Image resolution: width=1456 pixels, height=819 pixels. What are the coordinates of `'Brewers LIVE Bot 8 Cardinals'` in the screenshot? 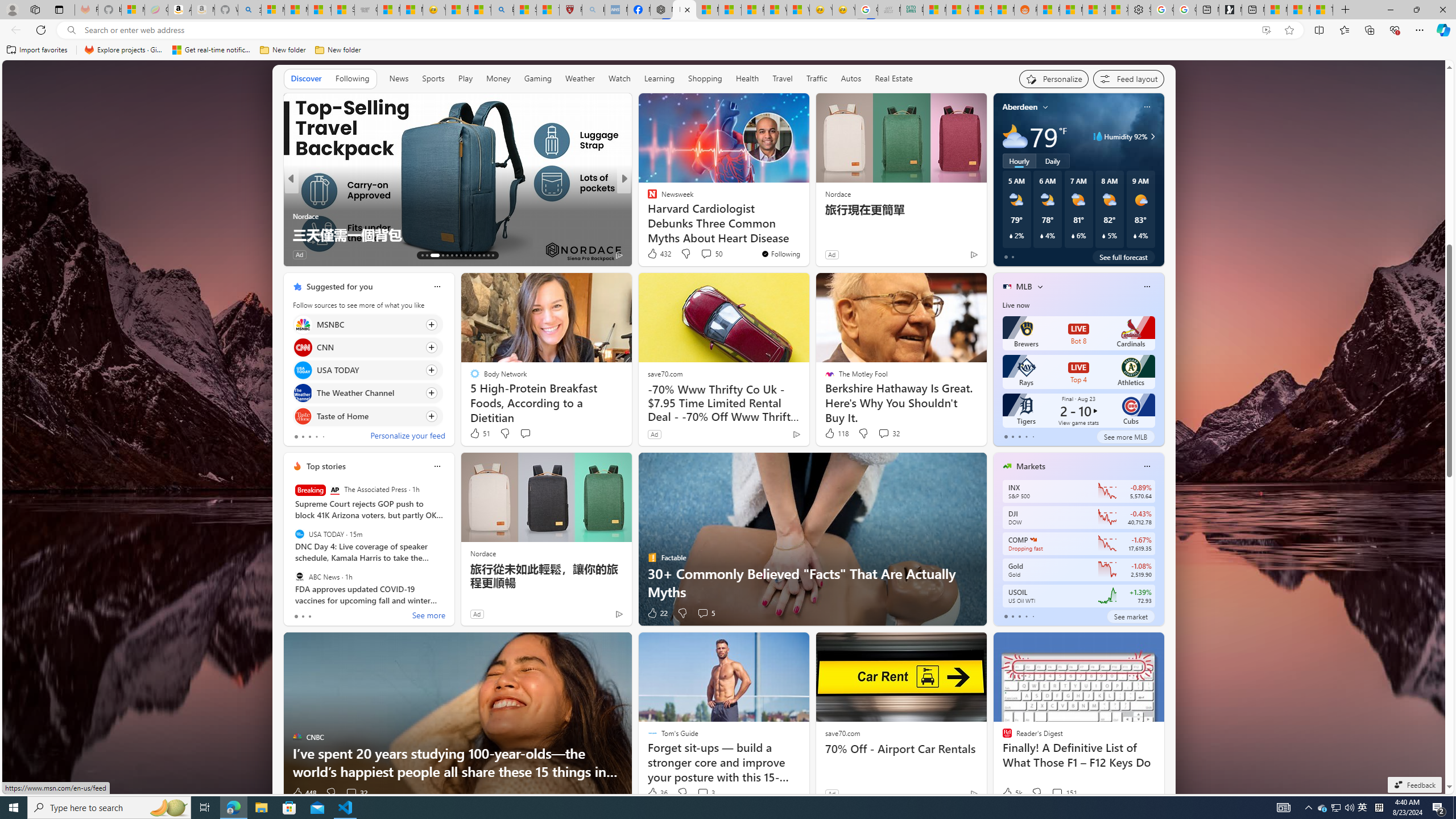 It's located at (1078, 333).